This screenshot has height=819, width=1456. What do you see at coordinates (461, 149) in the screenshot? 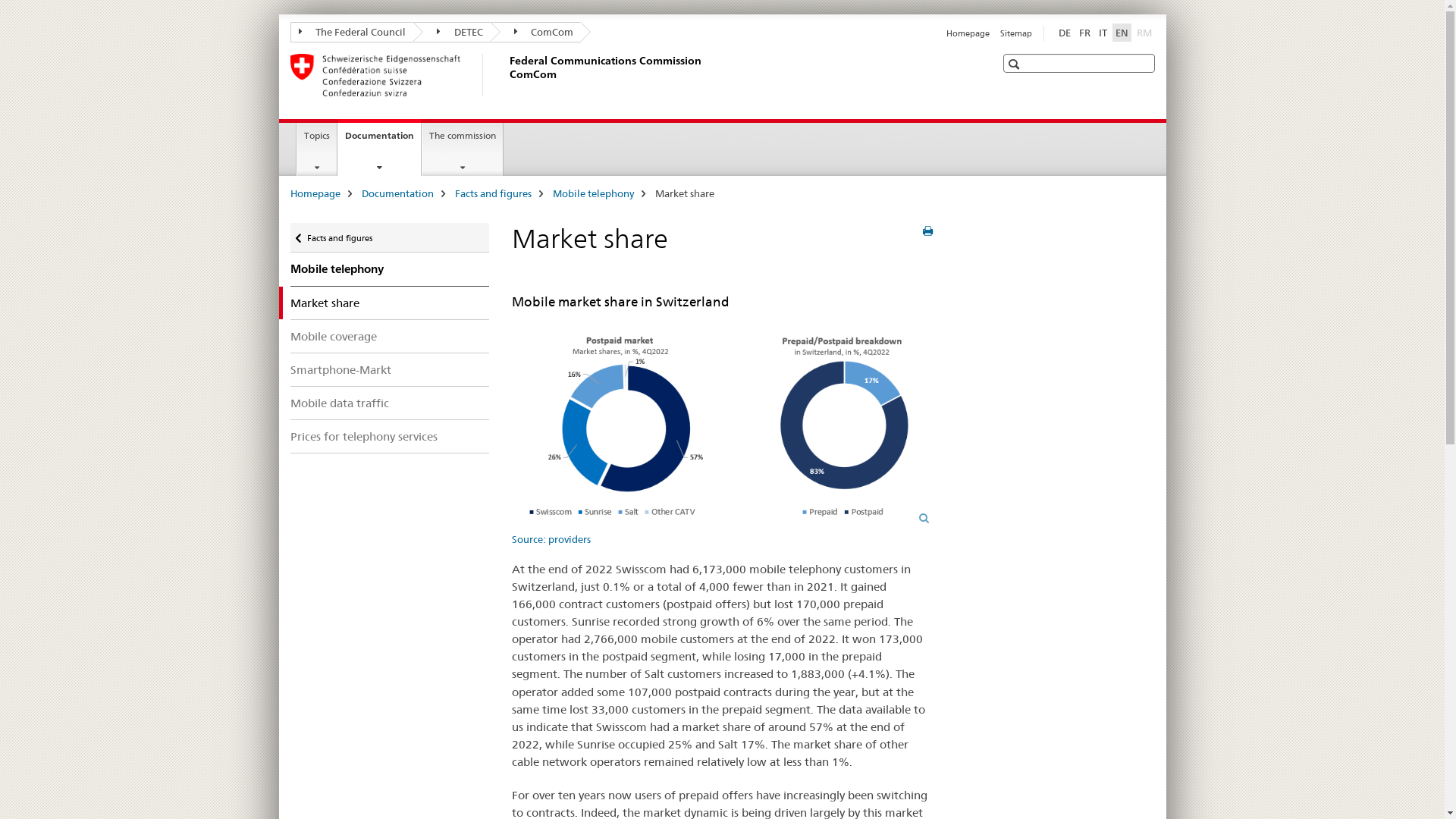
I see `'The commission'` at bounding box center [461, 149].